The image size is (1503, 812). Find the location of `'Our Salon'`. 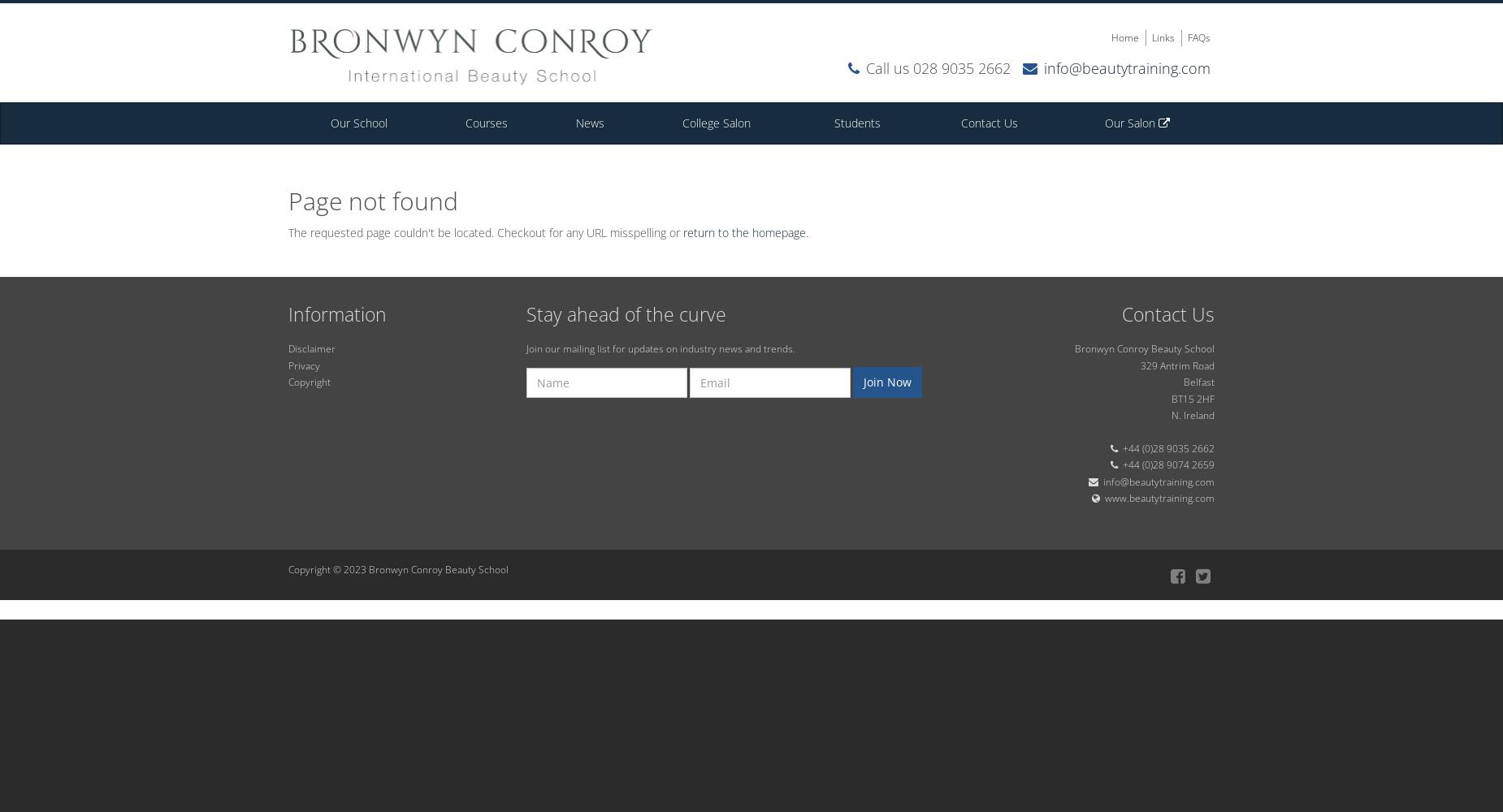

'Our Salon' is located at coordinates (1130, 123).